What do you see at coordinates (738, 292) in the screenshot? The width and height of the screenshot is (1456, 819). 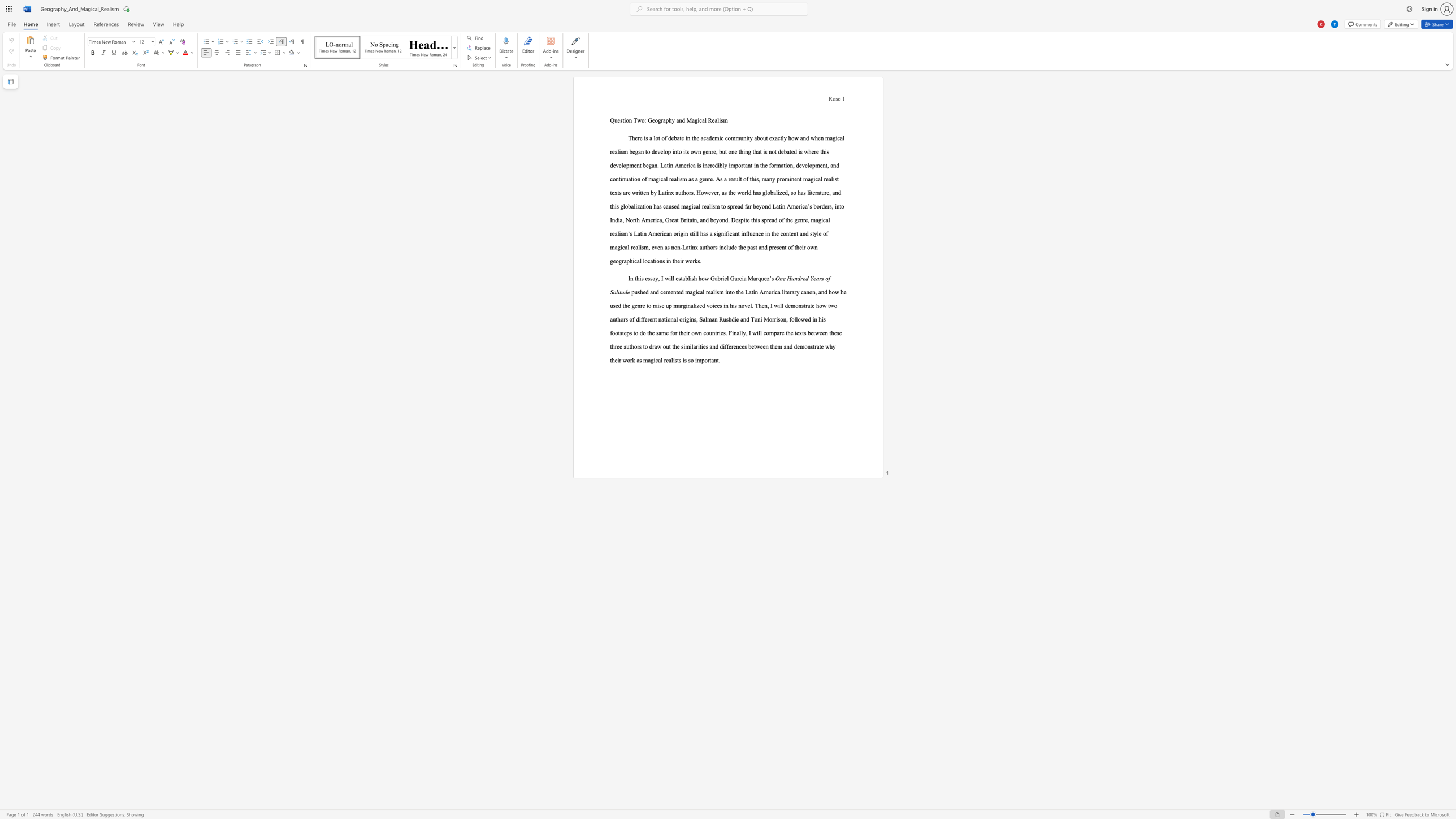 I see `the subset text "he Latin America literary canon, and how he used the genre to raise up ma" within the text "pushed and cemented magical realism into the Latin America literary canon, and how he used the genre to raise up marginalized voices in his novel. Then, I will"` at bounding box center [738, 292].